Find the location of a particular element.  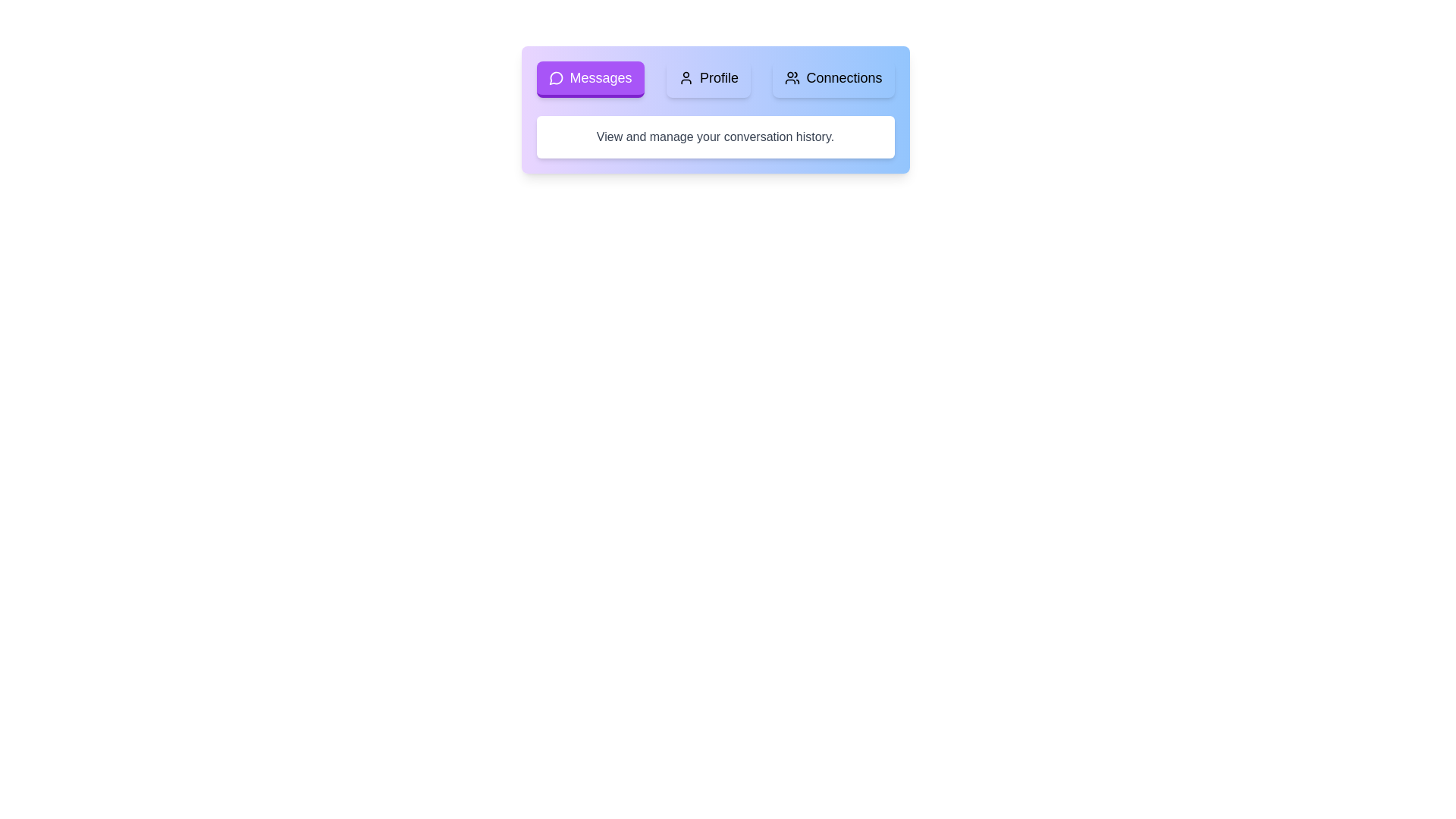

the static text label displaying 'Profile' in the navigation bar, which is positioned between 'Messages' and 'Connections' is located at coordinates (718, 78).